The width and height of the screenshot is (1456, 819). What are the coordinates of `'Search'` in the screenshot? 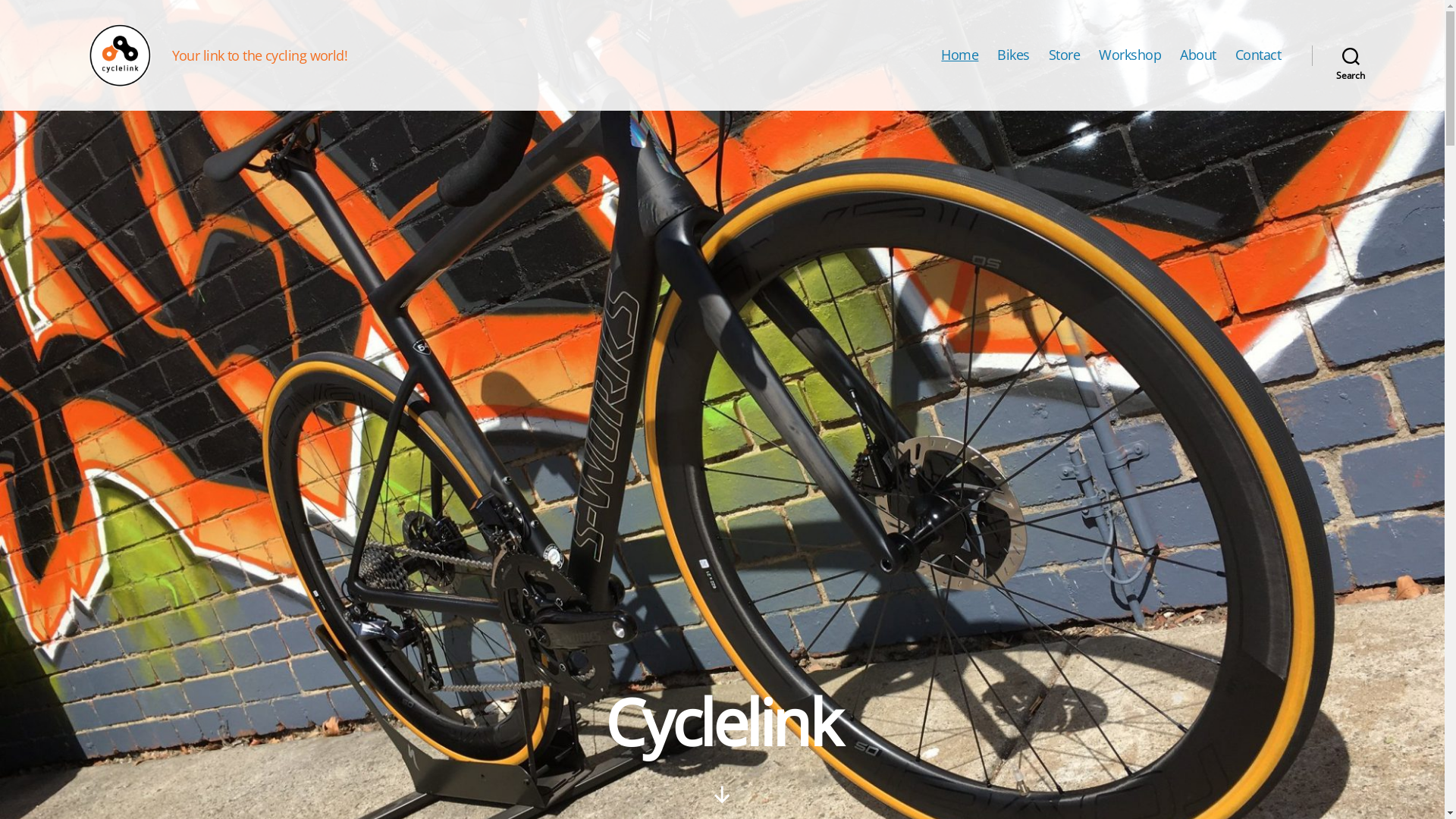 It's located at (1310, 55).